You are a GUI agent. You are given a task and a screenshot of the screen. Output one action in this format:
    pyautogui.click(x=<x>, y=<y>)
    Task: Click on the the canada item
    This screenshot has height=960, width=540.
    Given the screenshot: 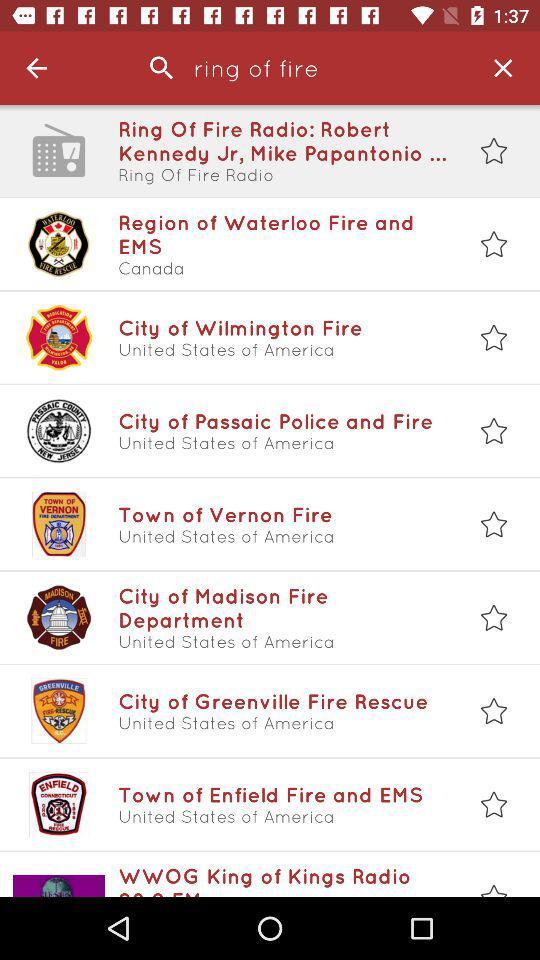 What is the action you would take?
    pyautogui.click(x=282, y=267)
    